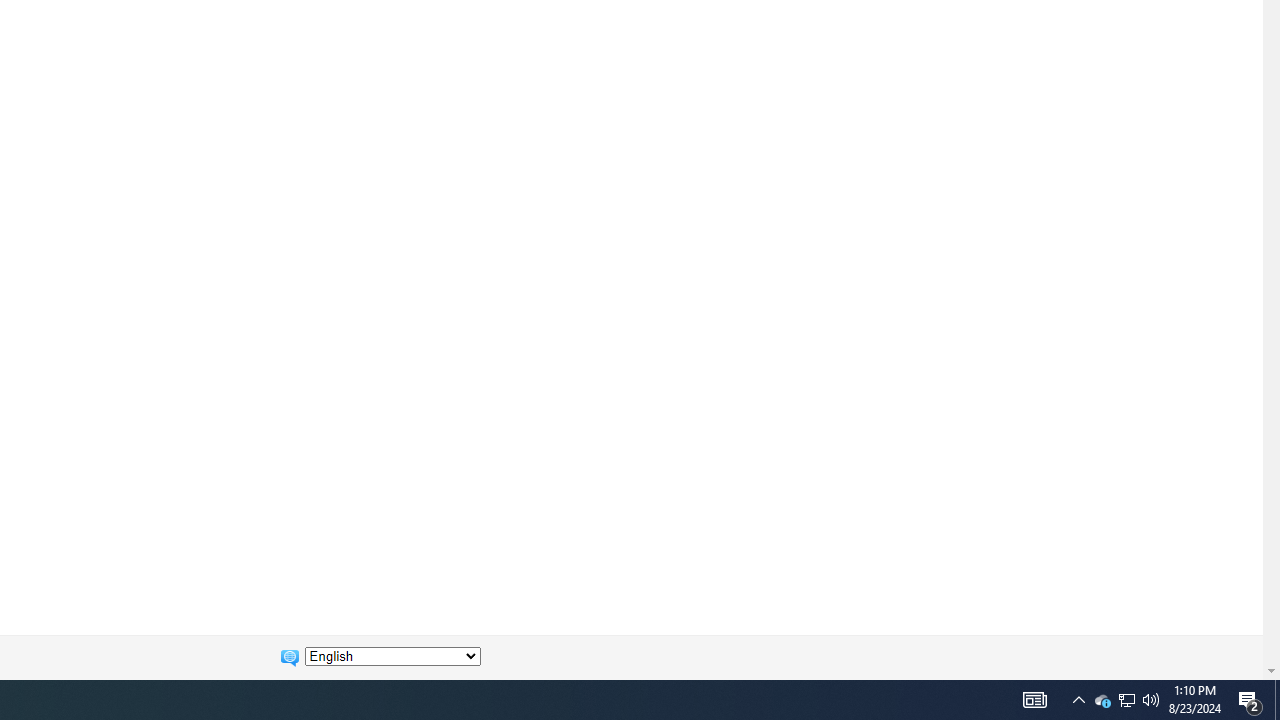  What do you see at coordinates (392, 656) in the screenshot?
I see `'Change language:'` at bounding box center [392, 656].